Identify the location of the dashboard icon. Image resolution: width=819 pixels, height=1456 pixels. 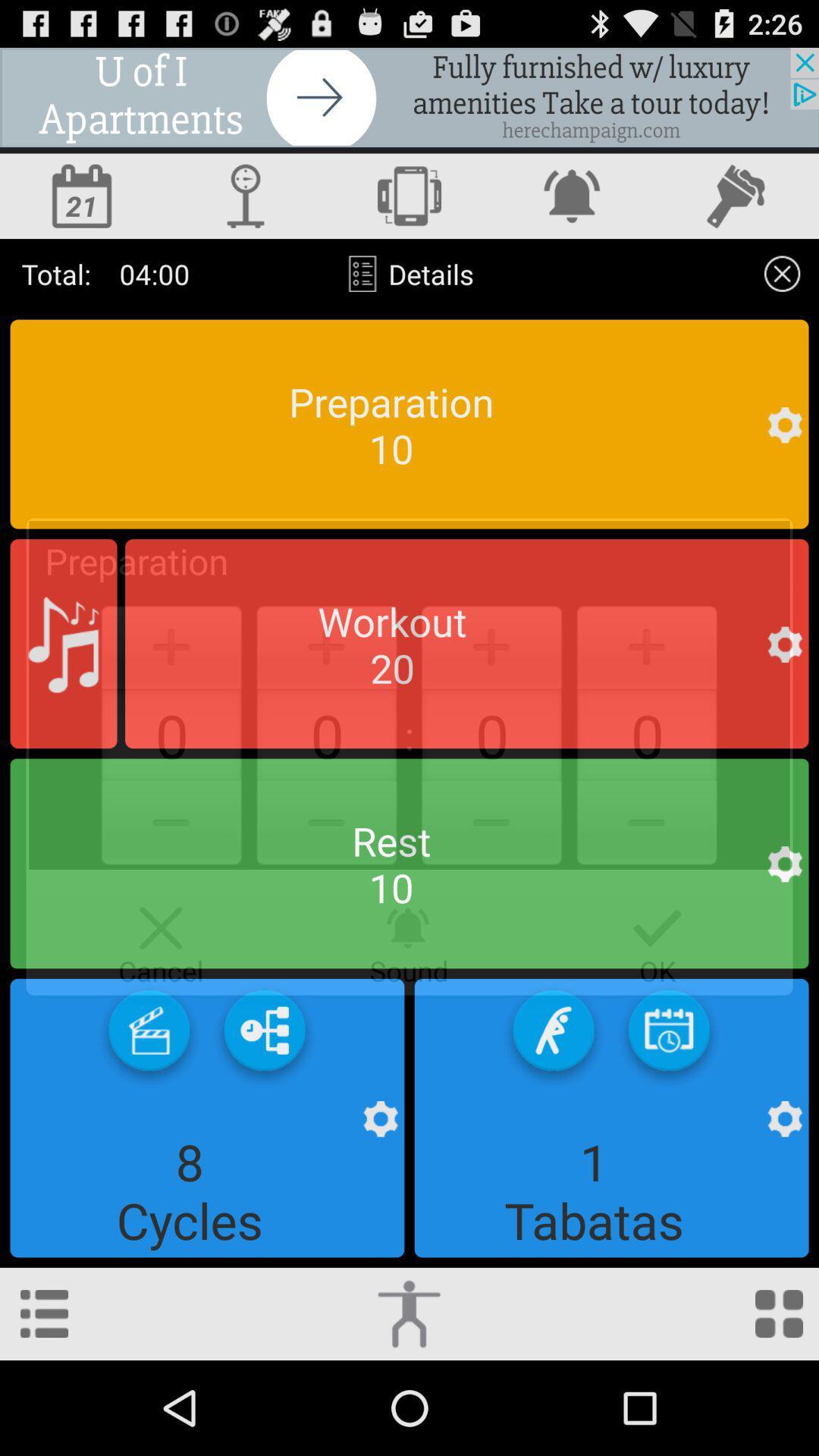
(779, 1405).